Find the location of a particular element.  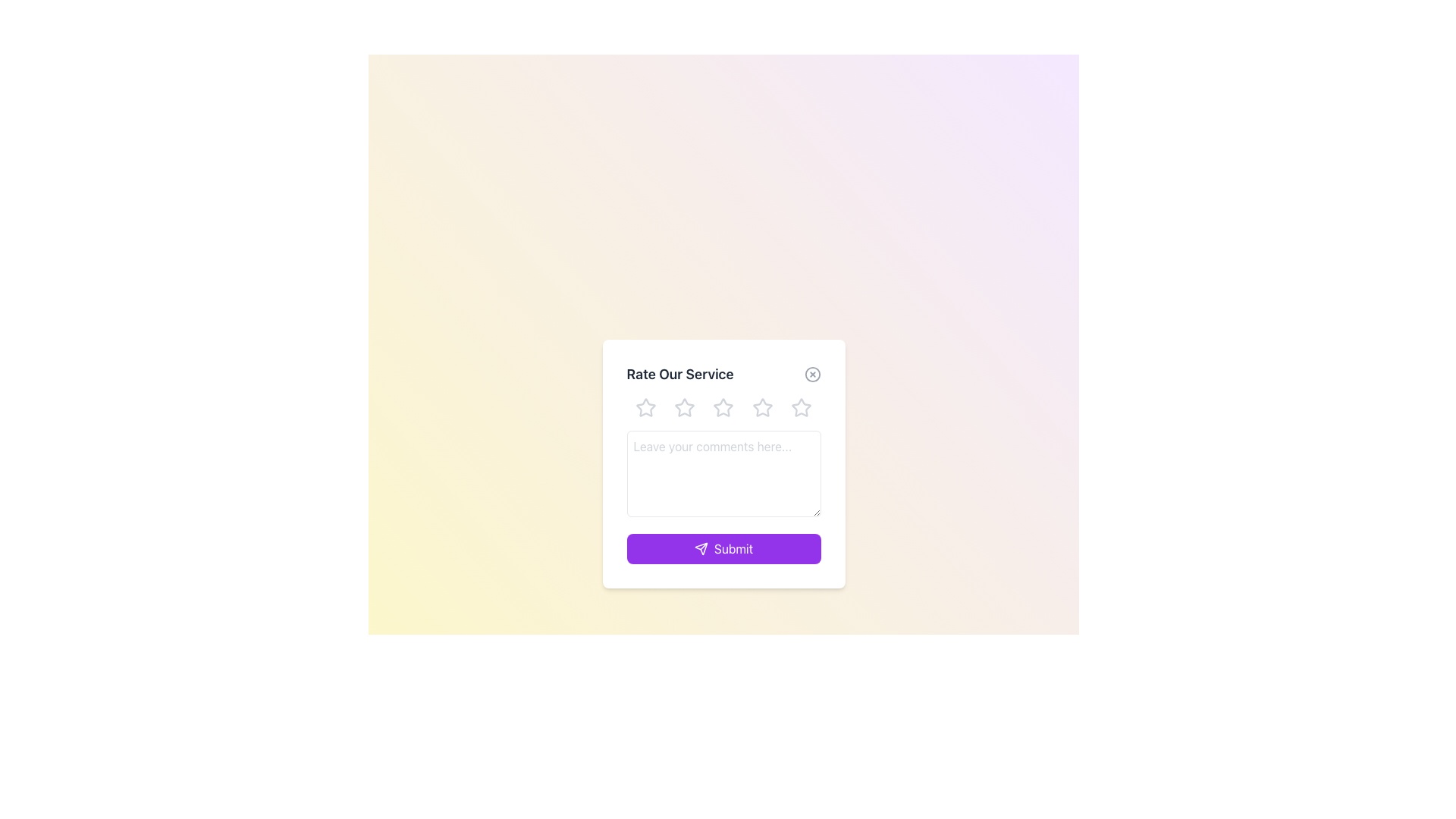

the 'Submit' button with a purple background and white text to observe style changes is located at coordinates (723, 549).